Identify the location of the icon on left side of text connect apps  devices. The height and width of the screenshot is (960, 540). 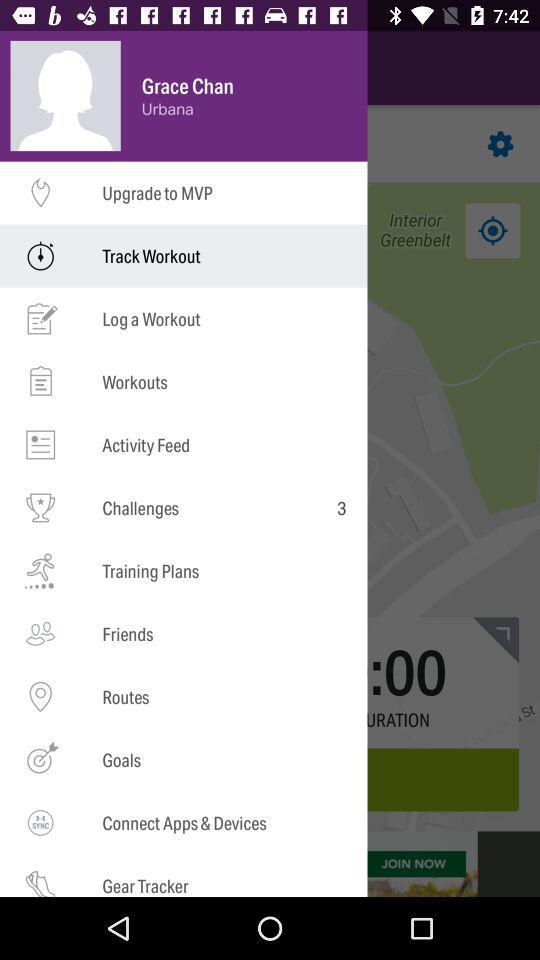
(40, 823).